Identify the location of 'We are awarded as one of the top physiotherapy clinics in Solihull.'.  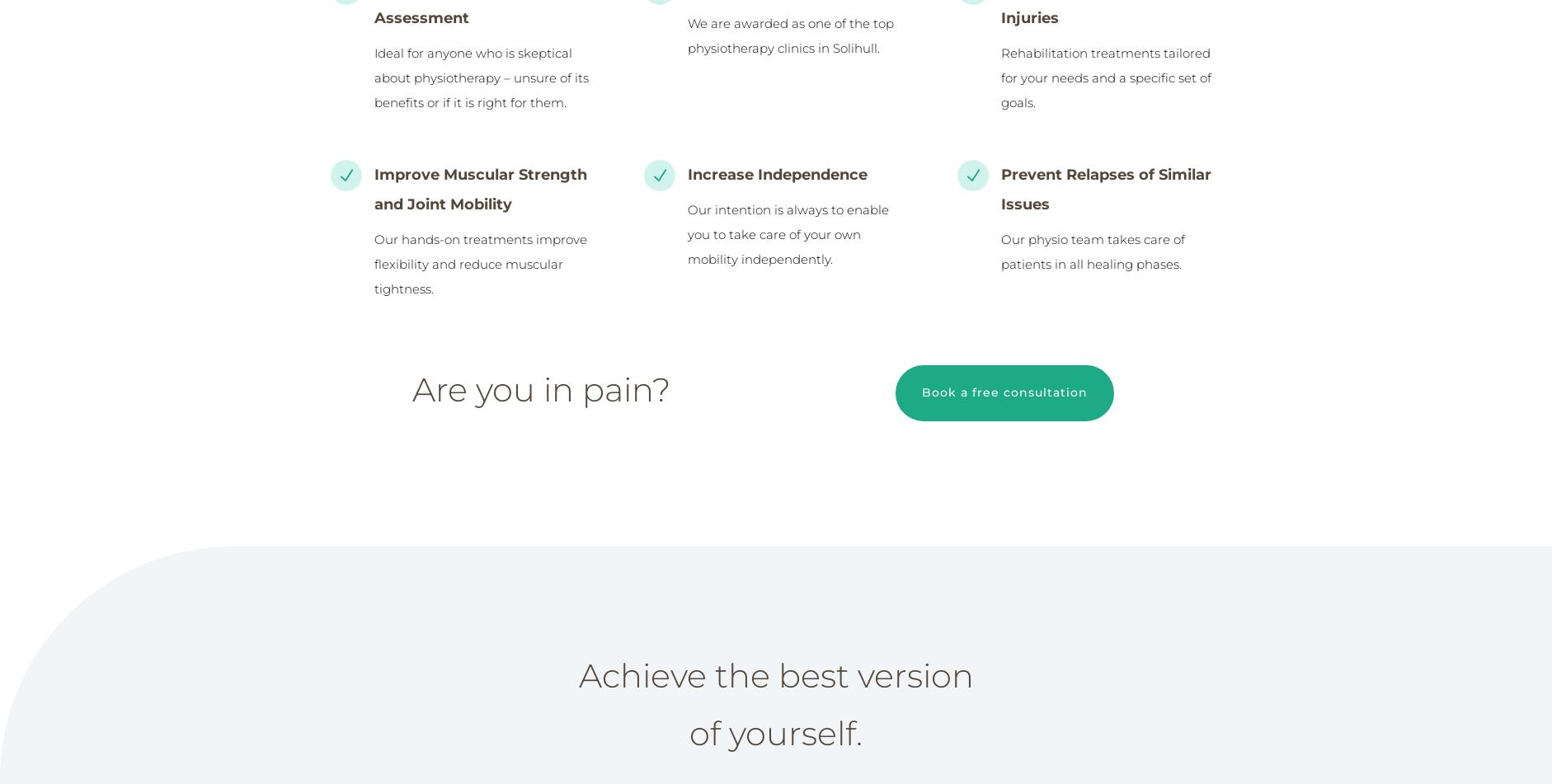
(788, 35).